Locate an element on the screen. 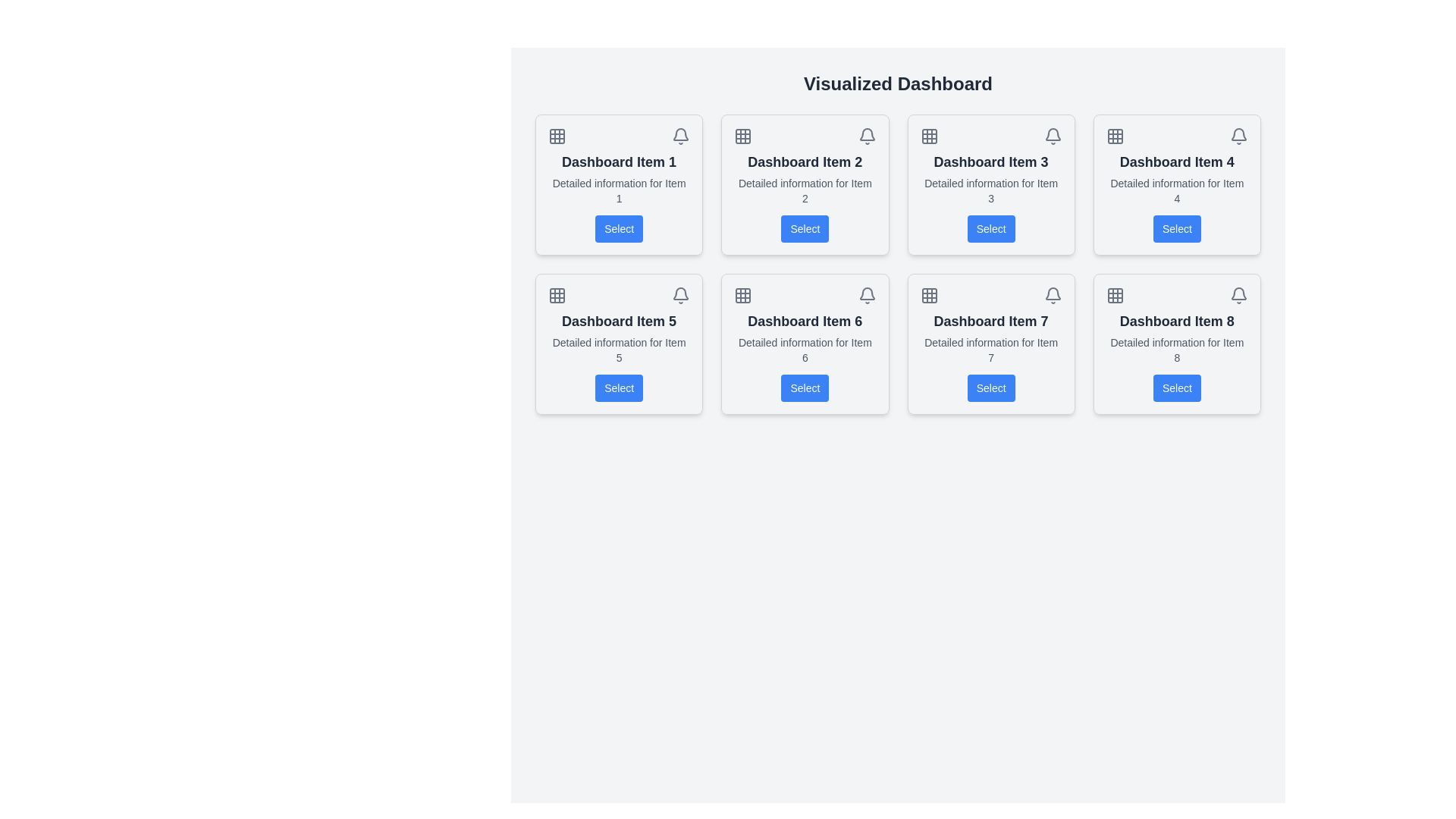 This screenshot has width=1456, height=819. description provided by the text label located under 'Dashboard Item 7' and above the 'Select' button in the seventh dashboard item is located at coordinates (991, 350).